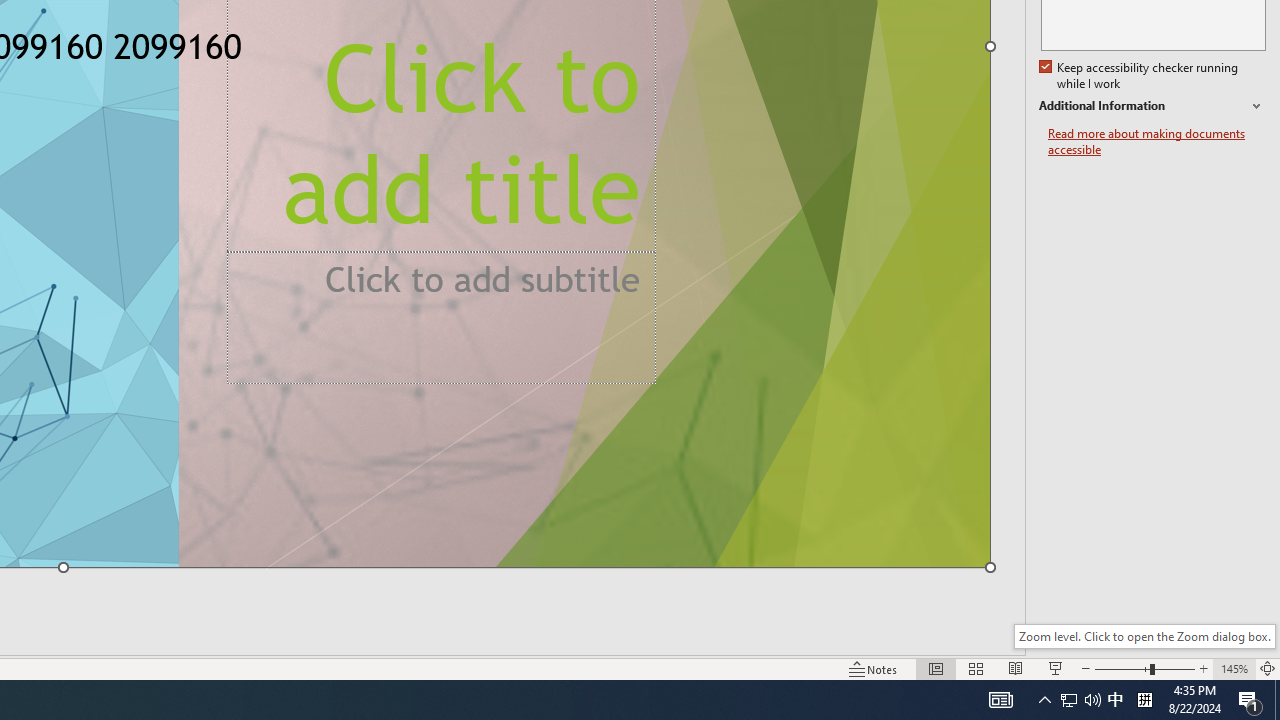 The width and height of the screenshot is (1280, 720). Describe the element at coordinates (1140, 75) in the screenshot. I see `'Keep accessibility checker running while I work'` at that location.